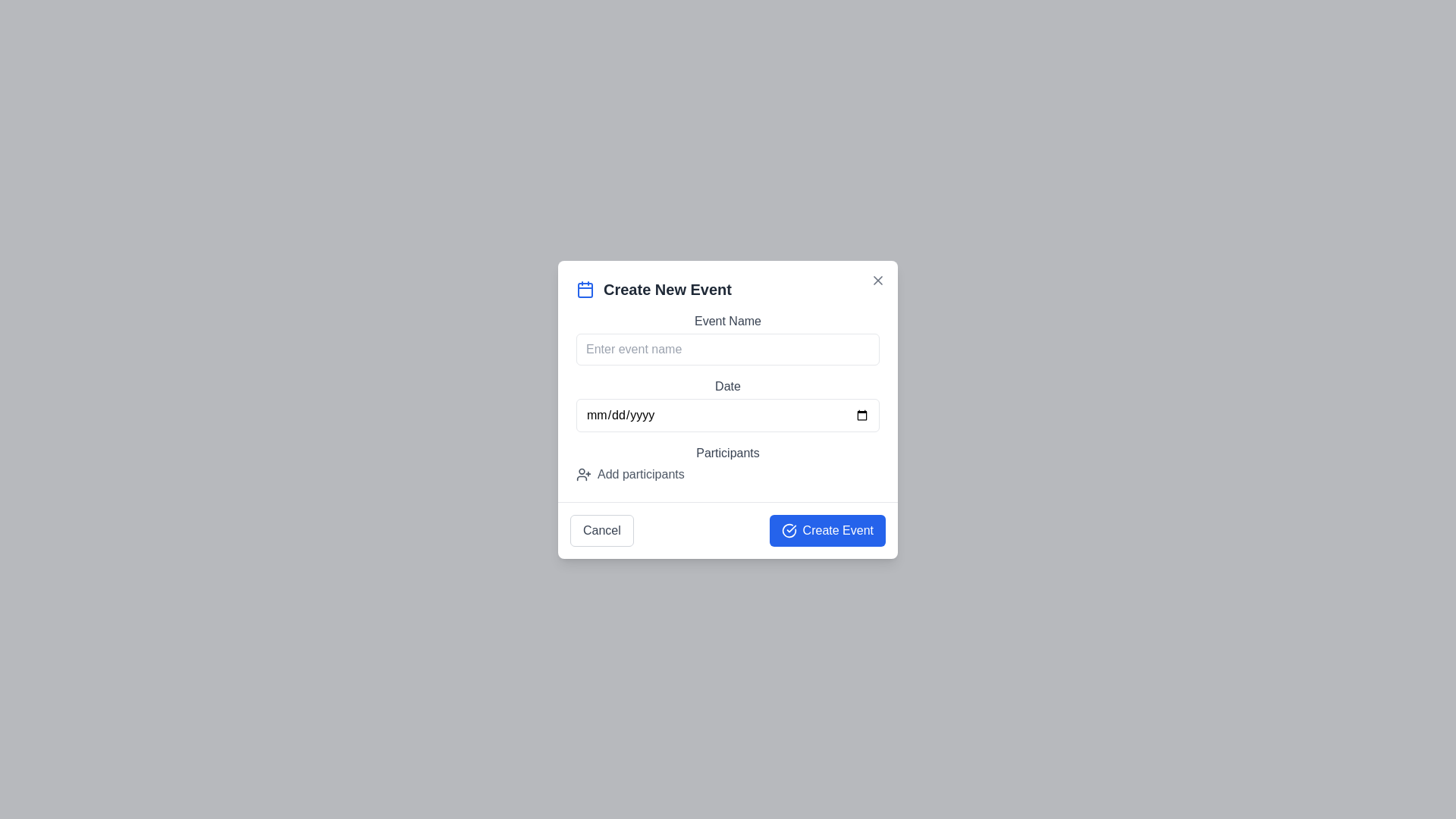  I want to click on the 'Cancel' button located at the bottom left corner of the modal, so click(601, 529).